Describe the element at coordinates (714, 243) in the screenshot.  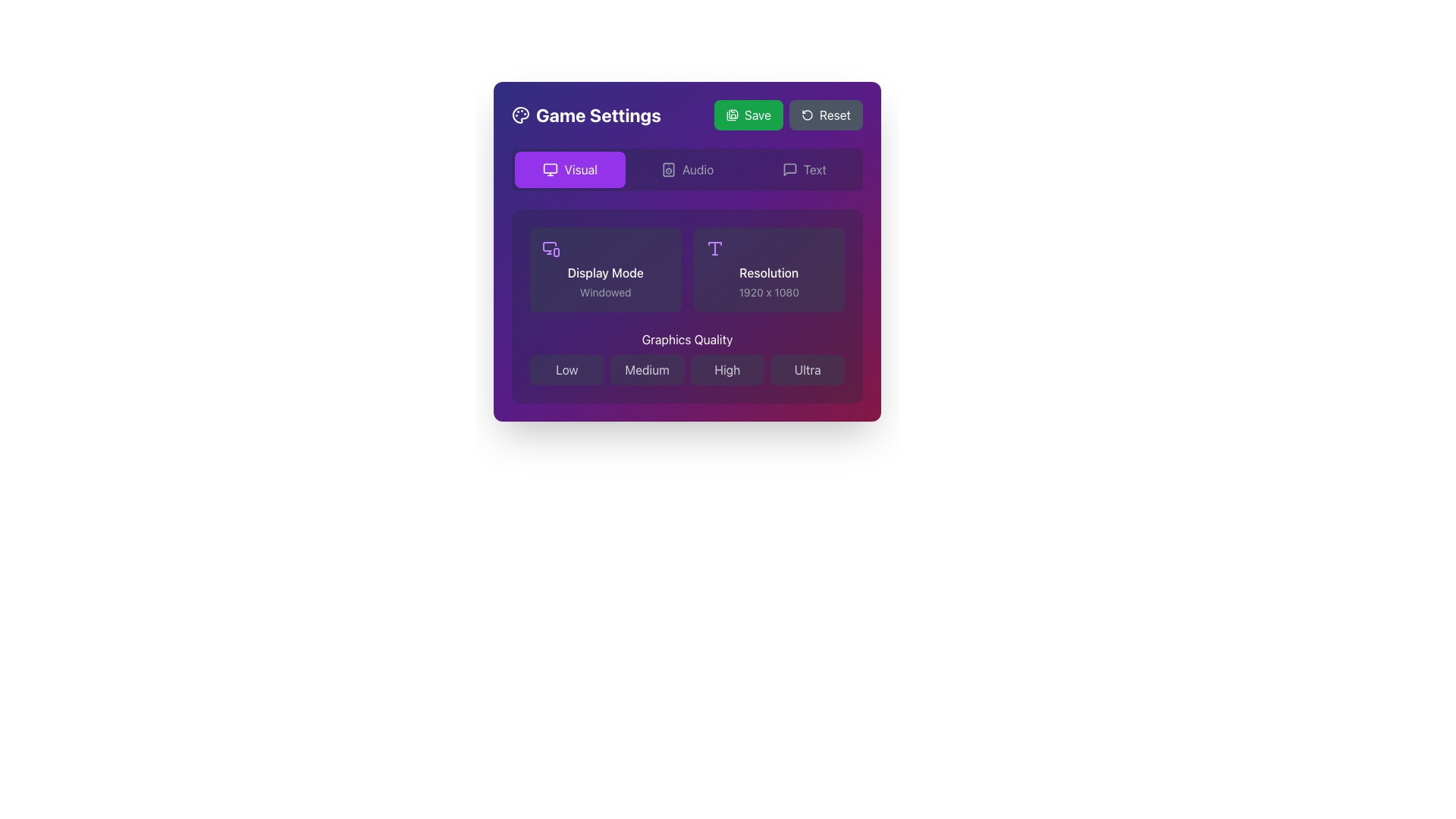
I see `the thin, horizontal trapezoidal graphical element located at the top center of the larger rectangular canvas` at that location.